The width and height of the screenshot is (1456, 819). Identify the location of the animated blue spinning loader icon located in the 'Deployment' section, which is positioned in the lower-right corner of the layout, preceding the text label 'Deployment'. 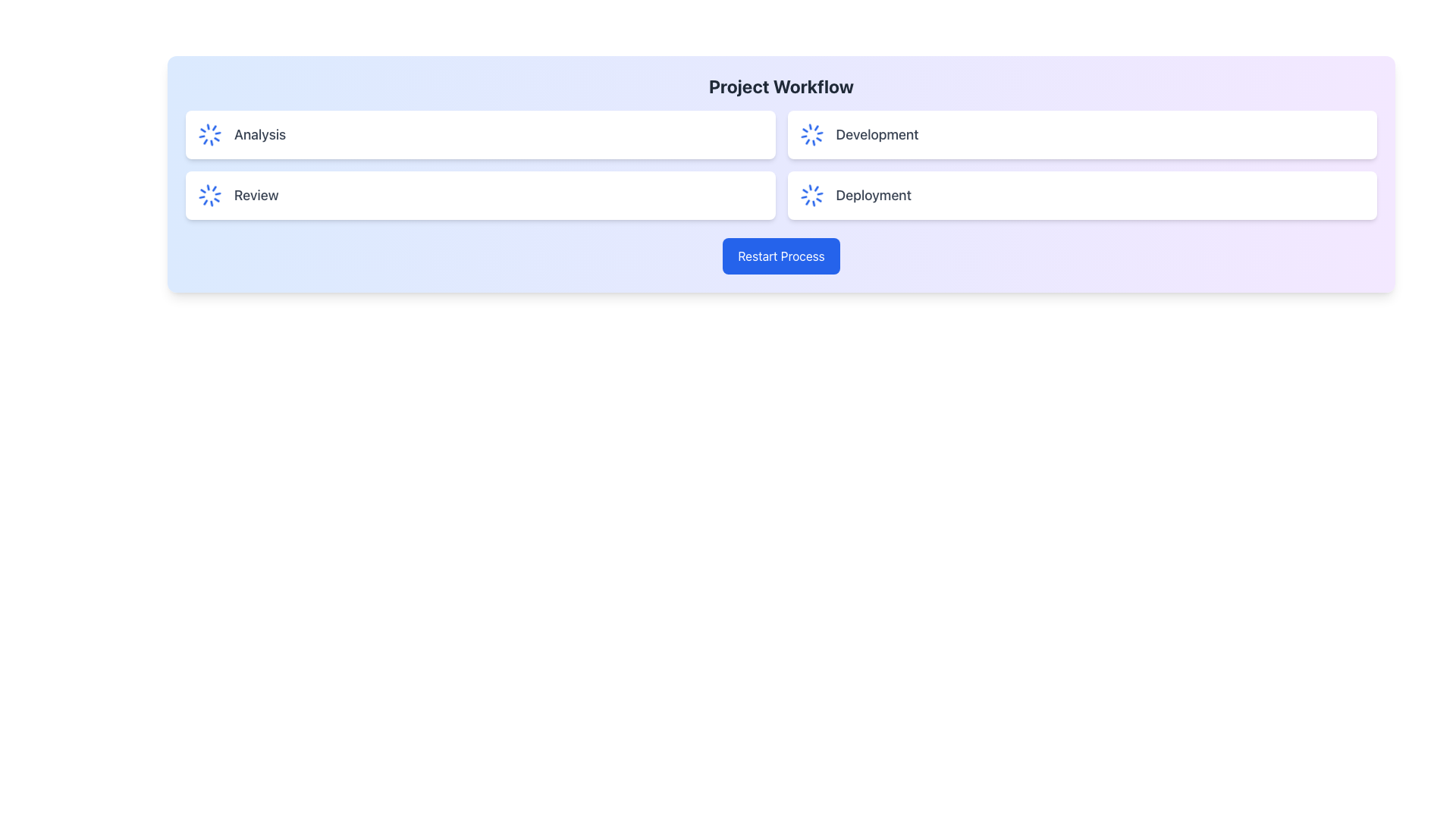
(811, 195).